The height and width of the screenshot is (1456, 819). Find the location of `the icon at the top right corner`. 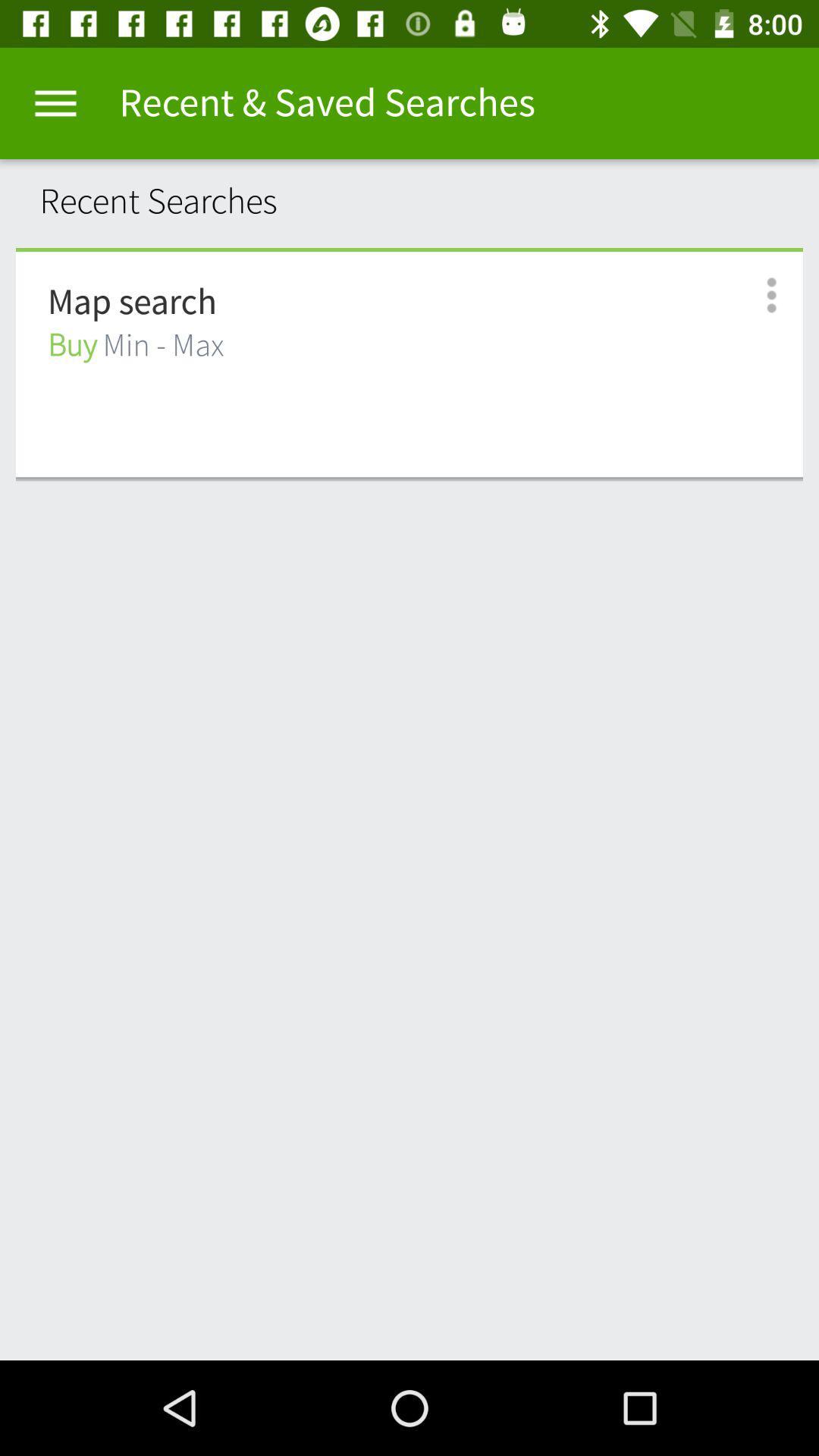

the icon at the top right corner is located at coordinates (755, 295).